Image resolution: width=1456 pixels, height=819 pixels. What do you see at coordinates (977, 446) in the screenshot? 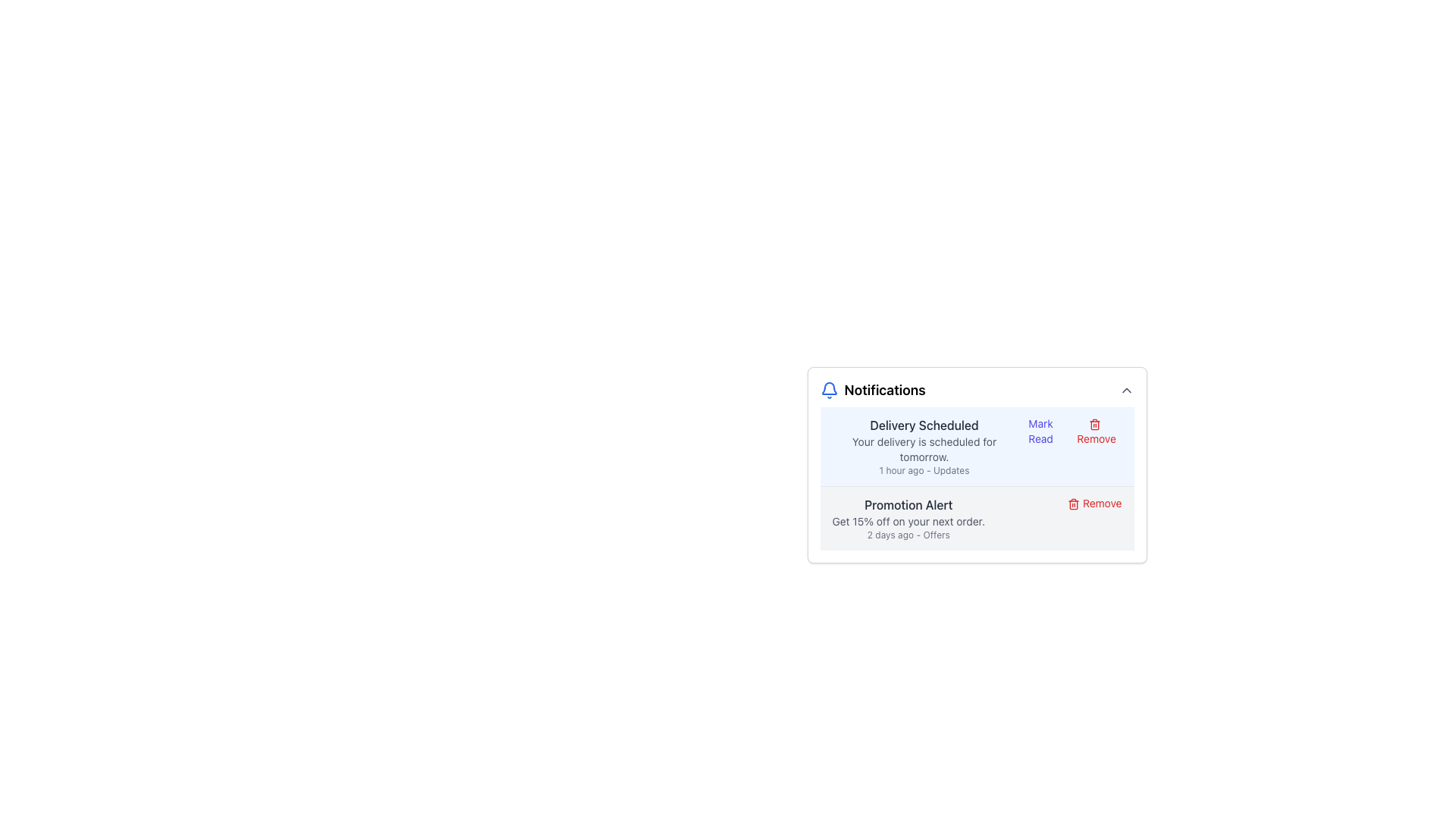
I see `the notification block titled 'Delivery Scheduled'` at bounding box center [977, 446].